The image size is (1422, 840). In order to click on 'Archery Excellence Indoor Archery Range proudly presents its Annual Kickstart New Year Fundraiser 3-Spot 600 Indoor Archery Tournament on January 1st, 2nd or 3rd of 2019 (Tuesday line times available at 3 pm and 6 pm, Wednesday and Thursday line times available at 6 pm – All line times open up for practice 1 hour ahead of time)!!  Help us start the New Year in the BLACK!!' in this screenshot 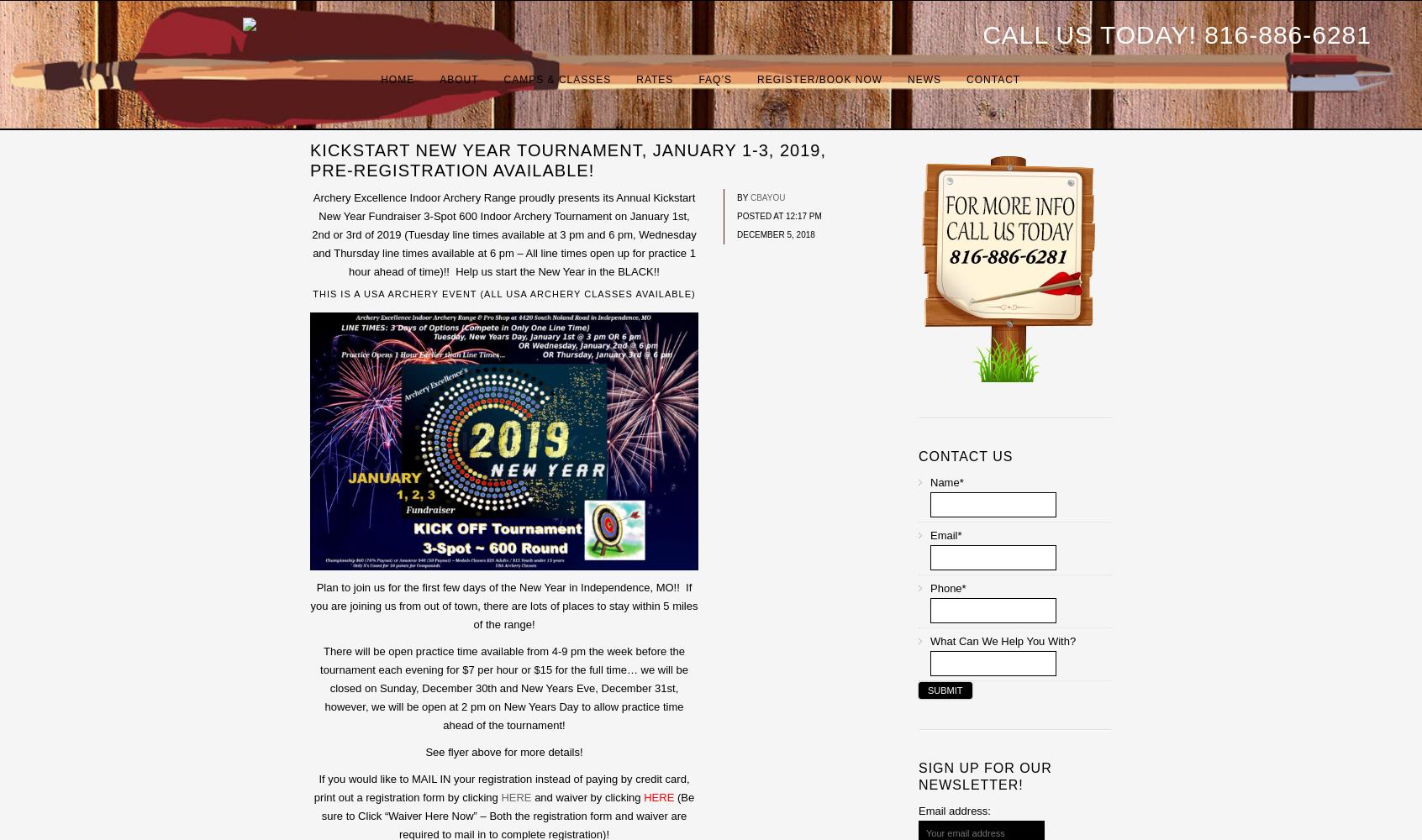, I will do `click(503, 234)`.